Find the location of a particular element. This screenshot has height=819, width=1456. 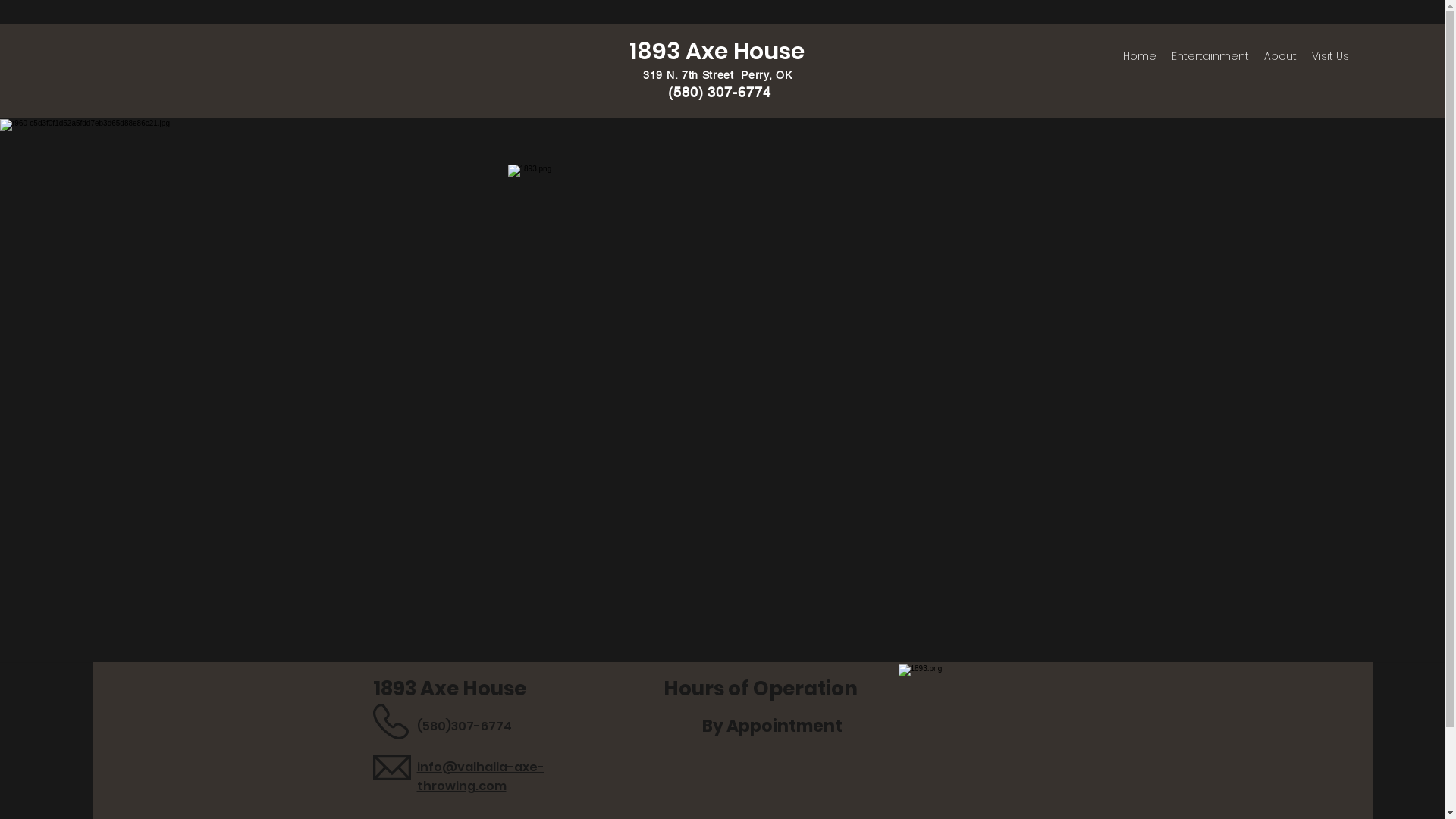

'Visit Us' is located at coordinates (1329, 55).